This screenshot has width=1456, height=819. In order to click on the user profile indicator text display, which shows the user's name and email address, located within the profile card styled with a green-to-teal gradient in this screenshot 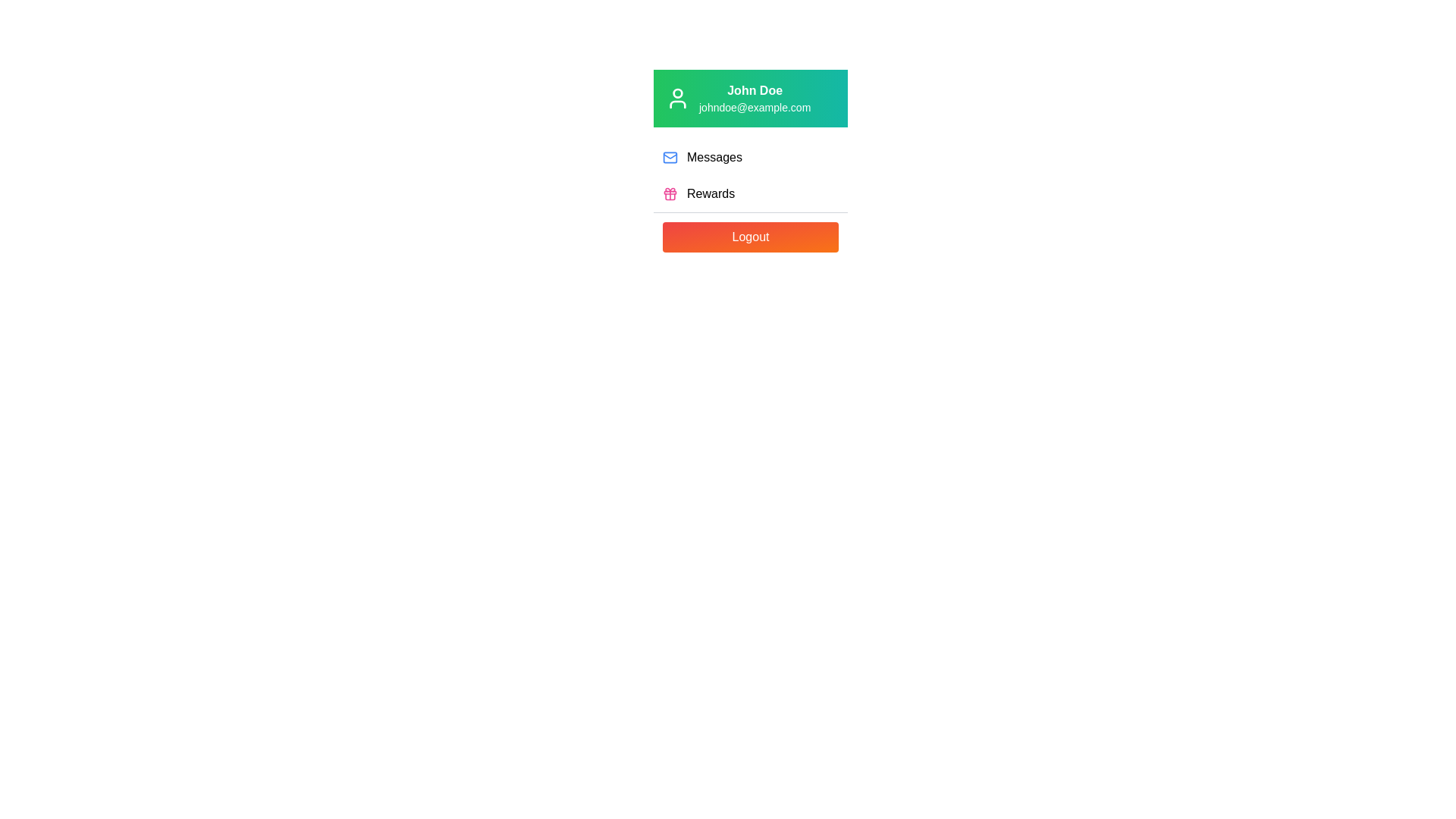, I will do `click(755, 99)`.